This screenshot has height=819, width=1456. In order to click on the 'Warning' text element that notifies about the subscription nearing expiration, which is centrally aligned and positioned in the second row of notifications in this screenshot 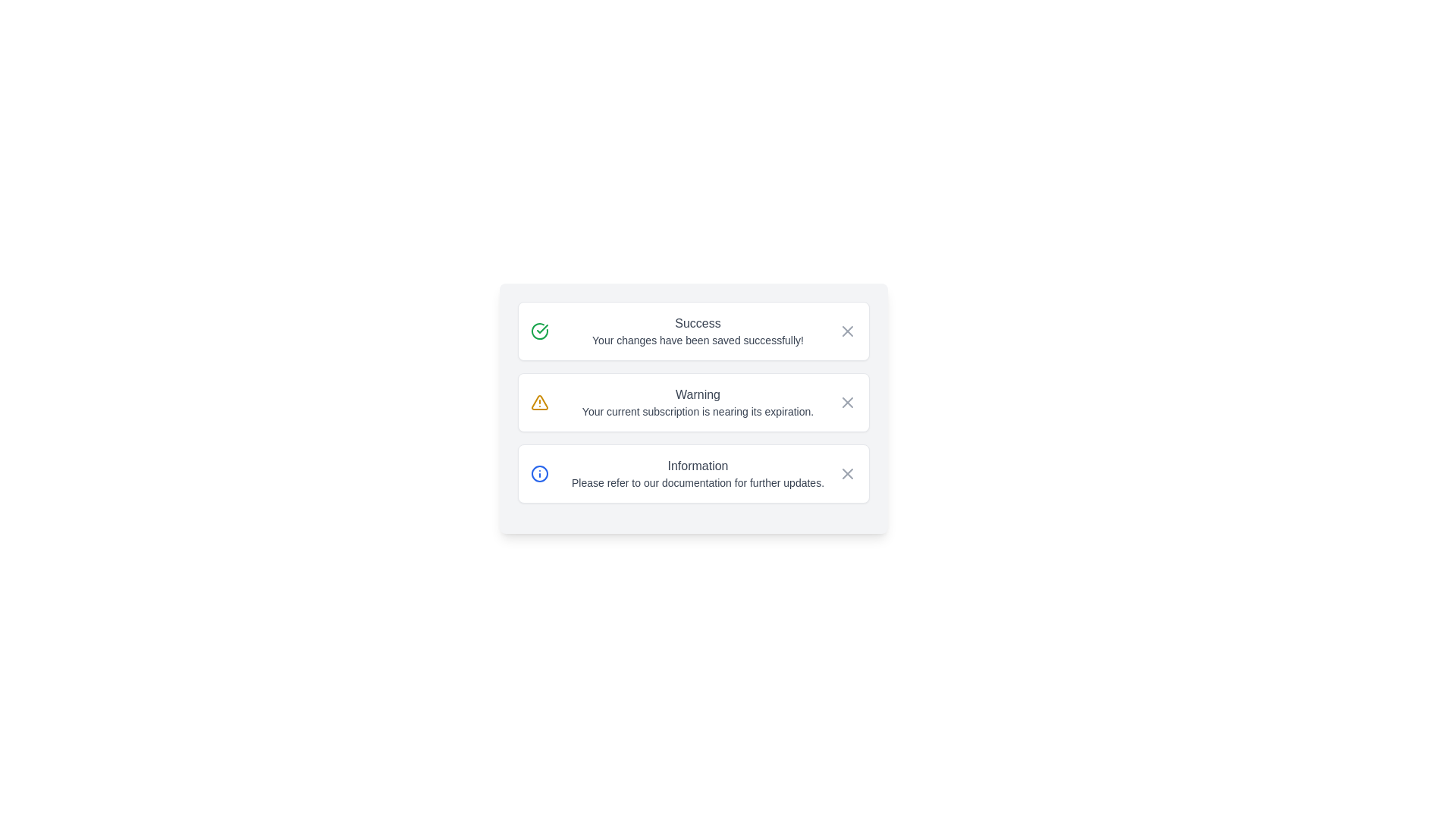, I will do `click(697, 402)`.